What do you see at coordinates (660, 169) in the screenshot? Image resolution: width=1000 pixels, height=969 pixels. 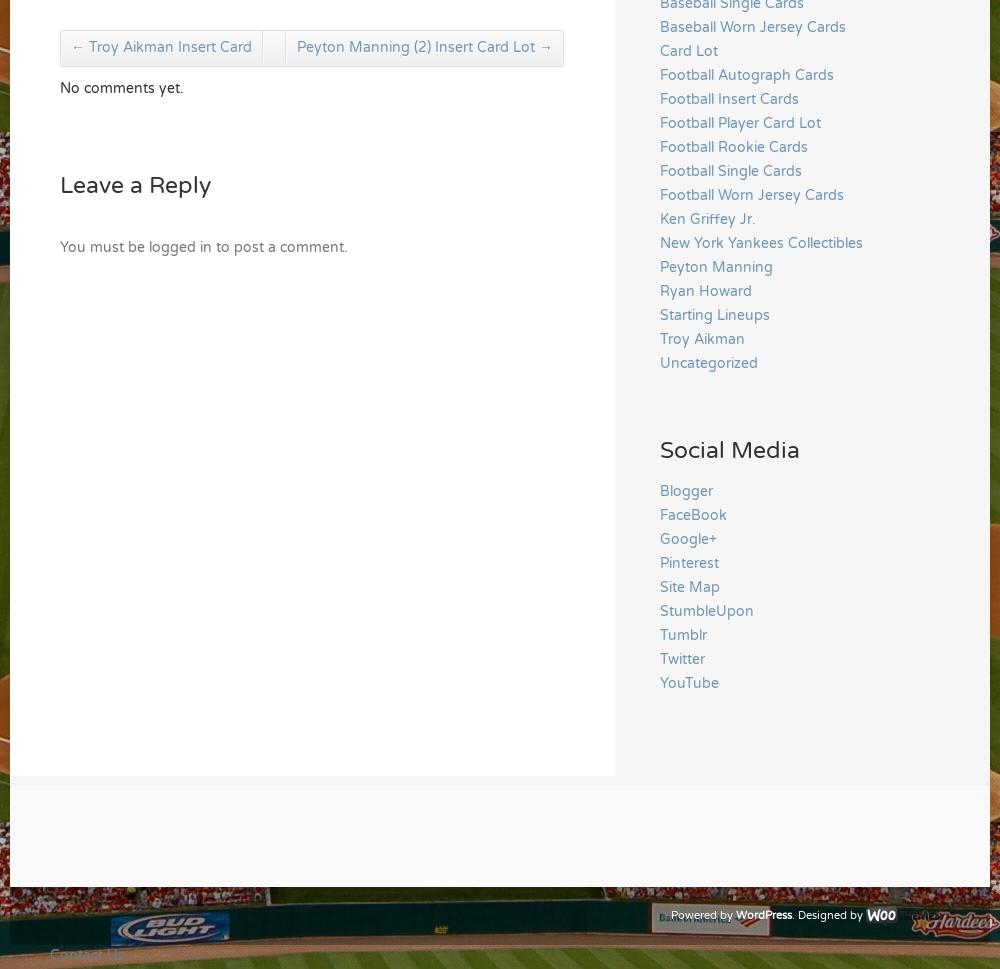 I see `'Football Single Cards'` at bounding box center [660, 169].